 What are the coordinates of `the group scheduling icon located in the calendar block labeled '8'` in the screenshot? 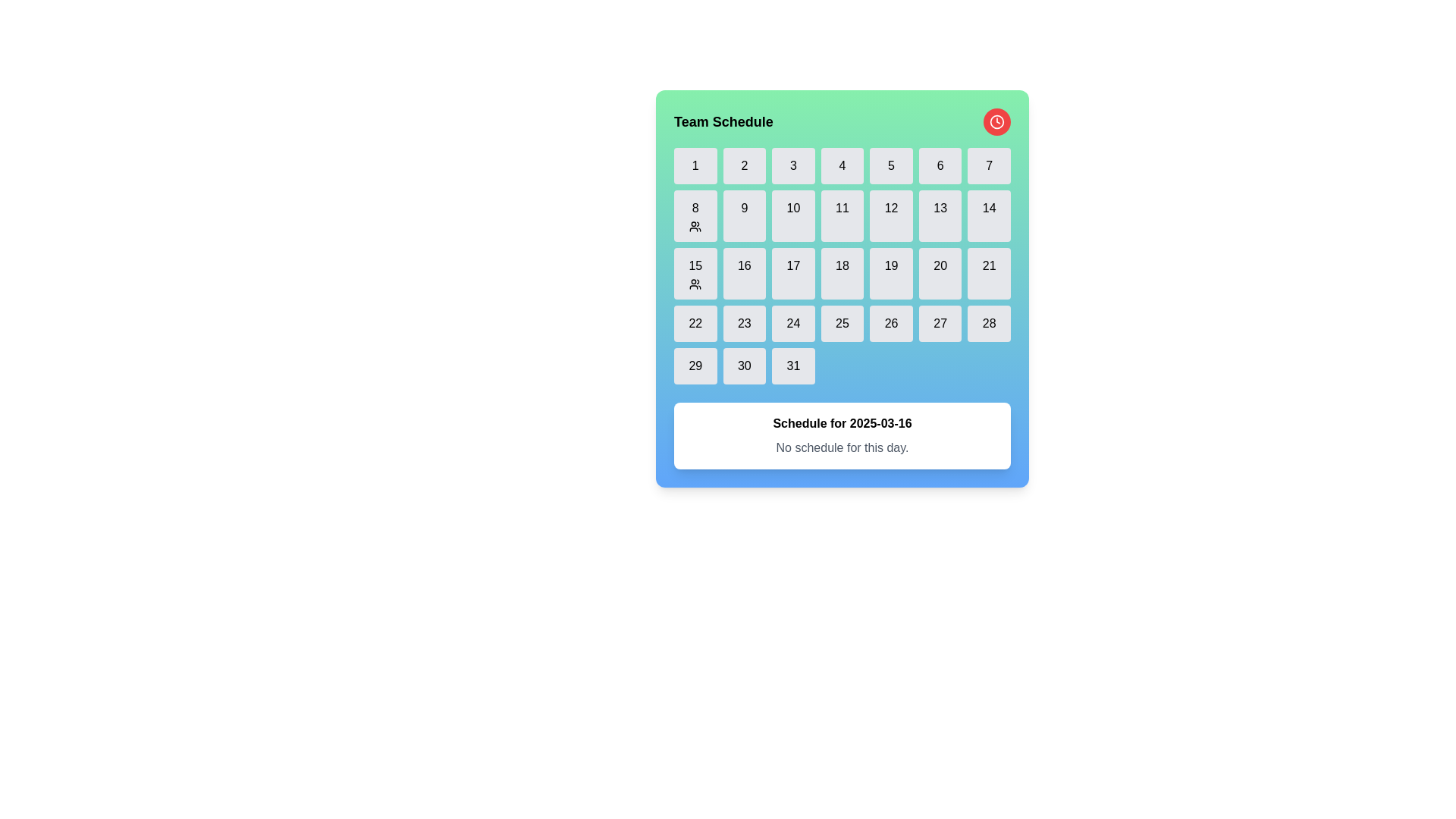 It's located at (694, 227).